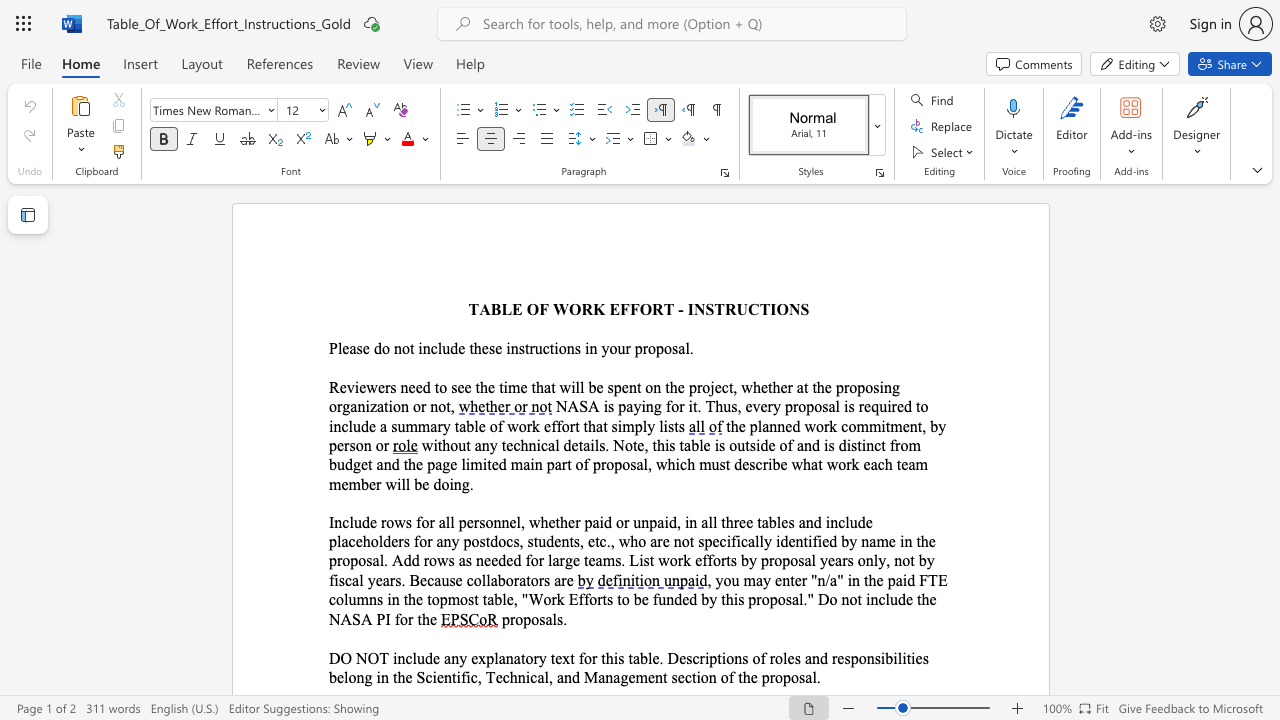  I want to click on the subset text "LE OF WOR" within the text "TABLE OF WORK EFFORT - INSTRUCTIONS", so click(501, 309).